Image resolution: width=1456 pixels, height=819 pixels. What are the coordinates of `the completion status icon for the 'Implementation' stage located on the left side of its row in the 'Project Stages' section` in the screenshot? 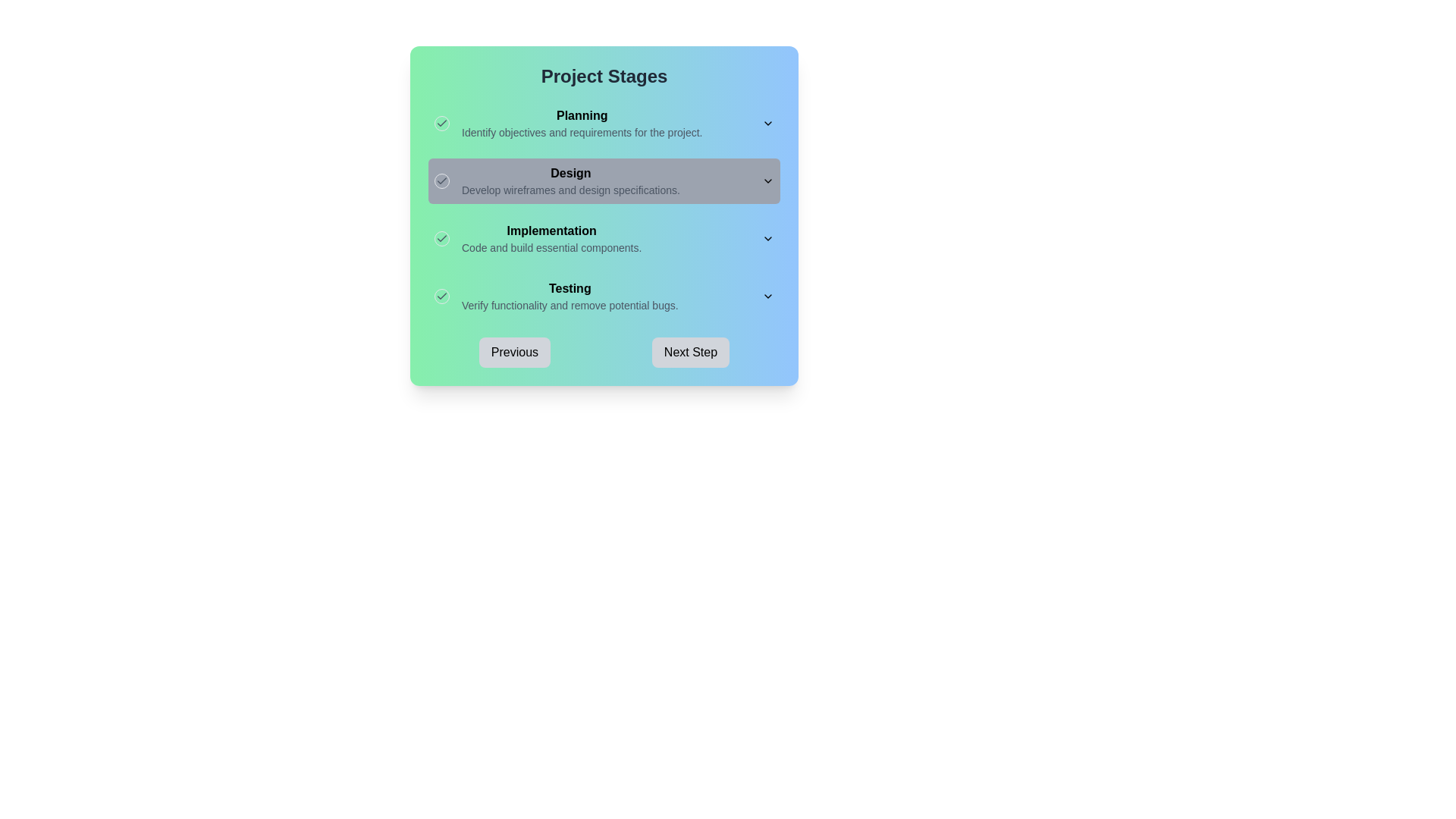 It's located at (441, 239).